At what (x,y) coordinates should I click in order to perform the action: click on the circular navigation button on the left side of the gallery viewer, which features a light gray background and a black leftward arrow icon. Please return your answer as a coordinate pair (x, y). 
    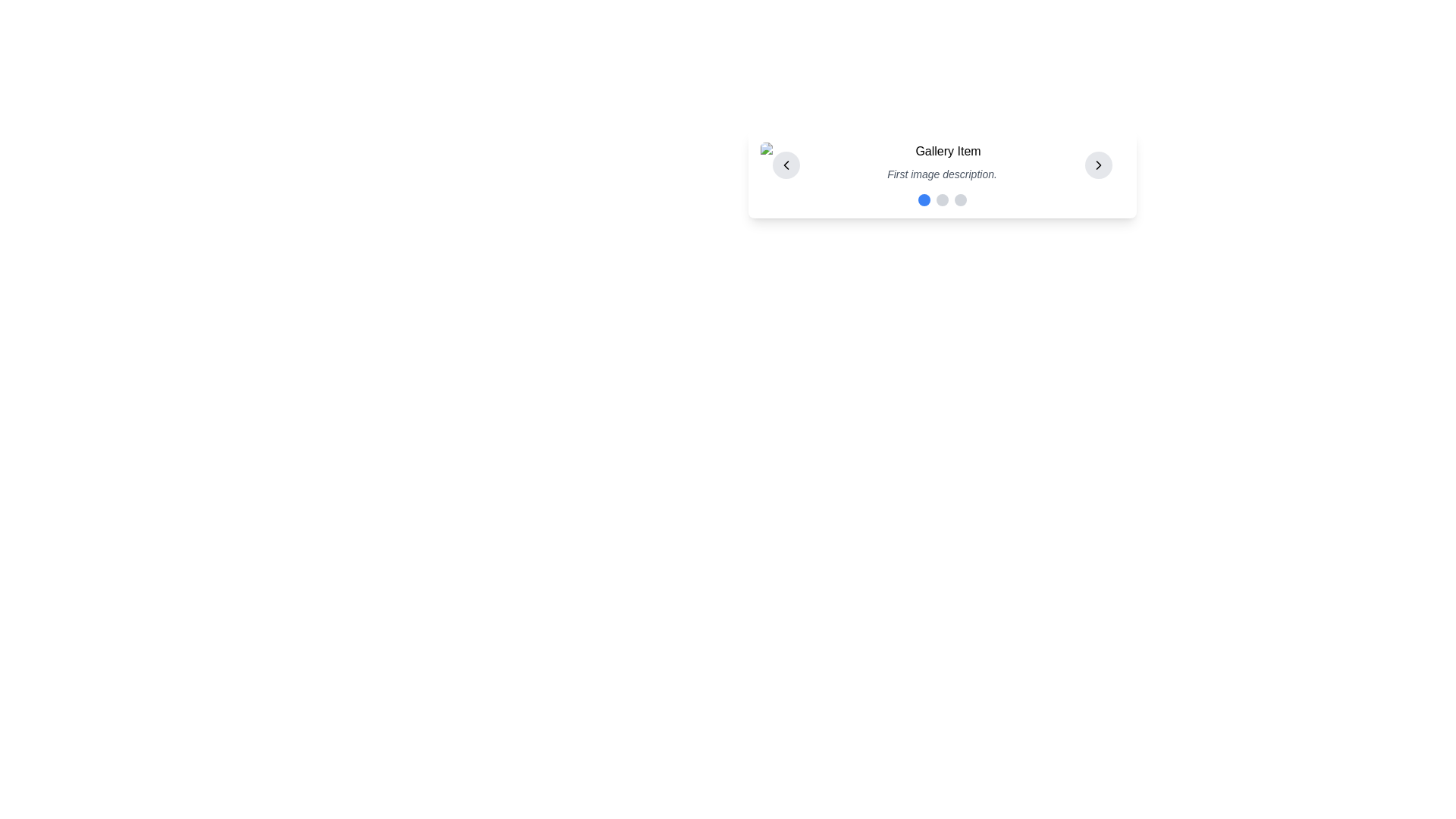
    Looking at the image, I should click on (786, 165).